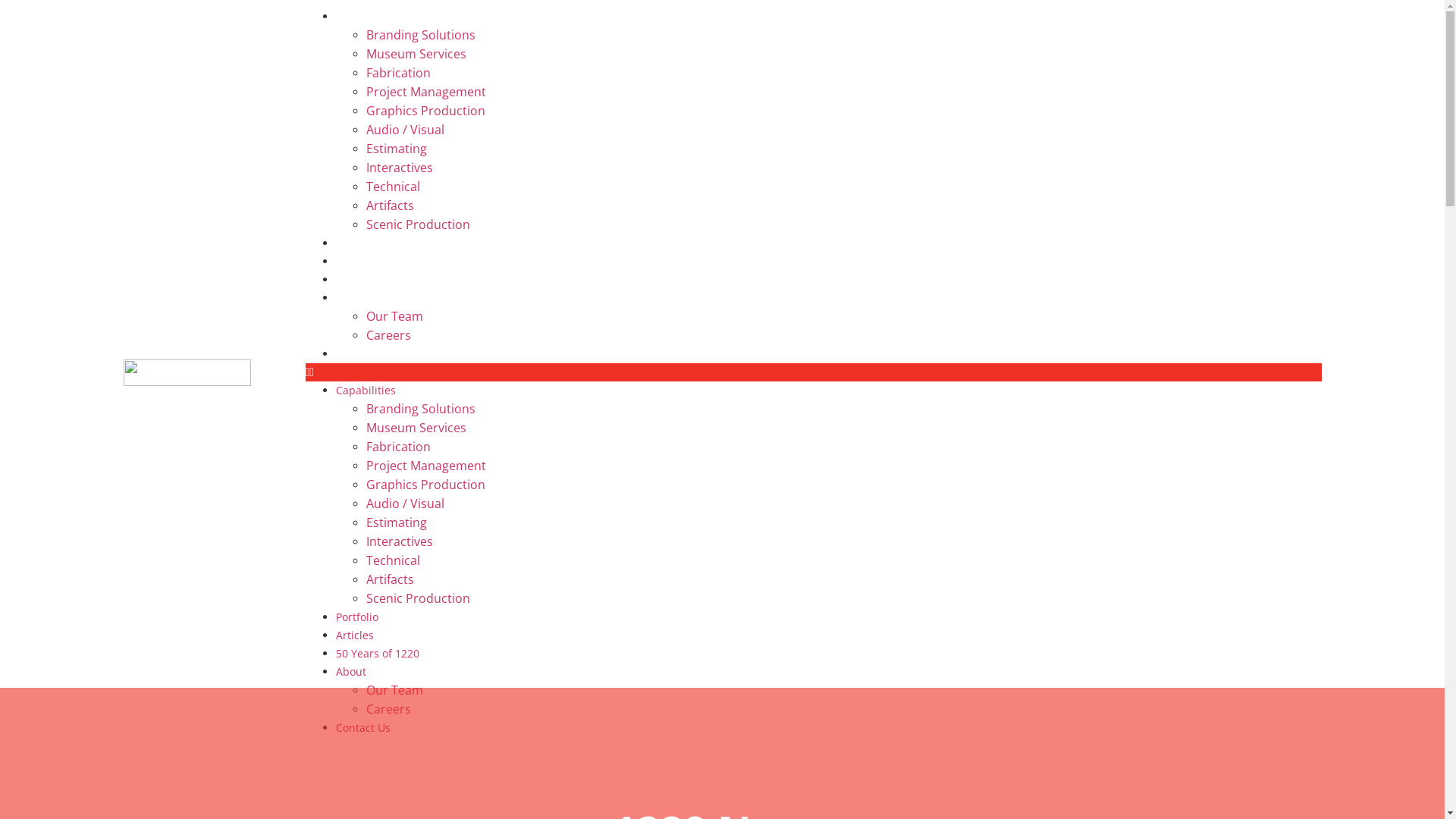  Describe the element at coordinates (365, 598) in the screenshot. I see `'Scenic Production'` at that location.